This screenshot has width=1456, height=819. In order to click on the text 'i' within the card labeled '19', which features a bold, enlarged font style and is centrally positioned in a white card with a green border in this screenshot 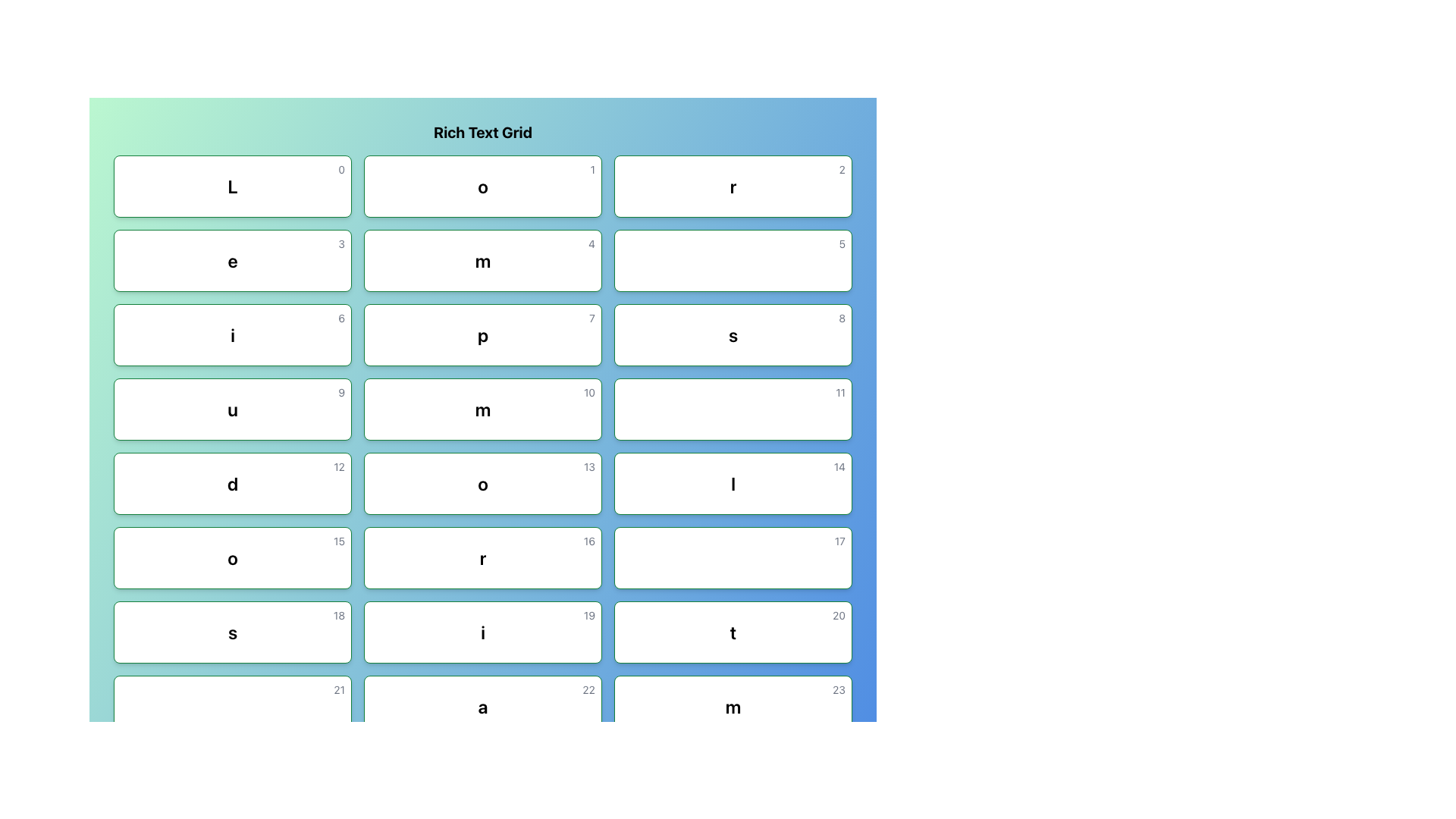, I will do `click(482, 632)`.